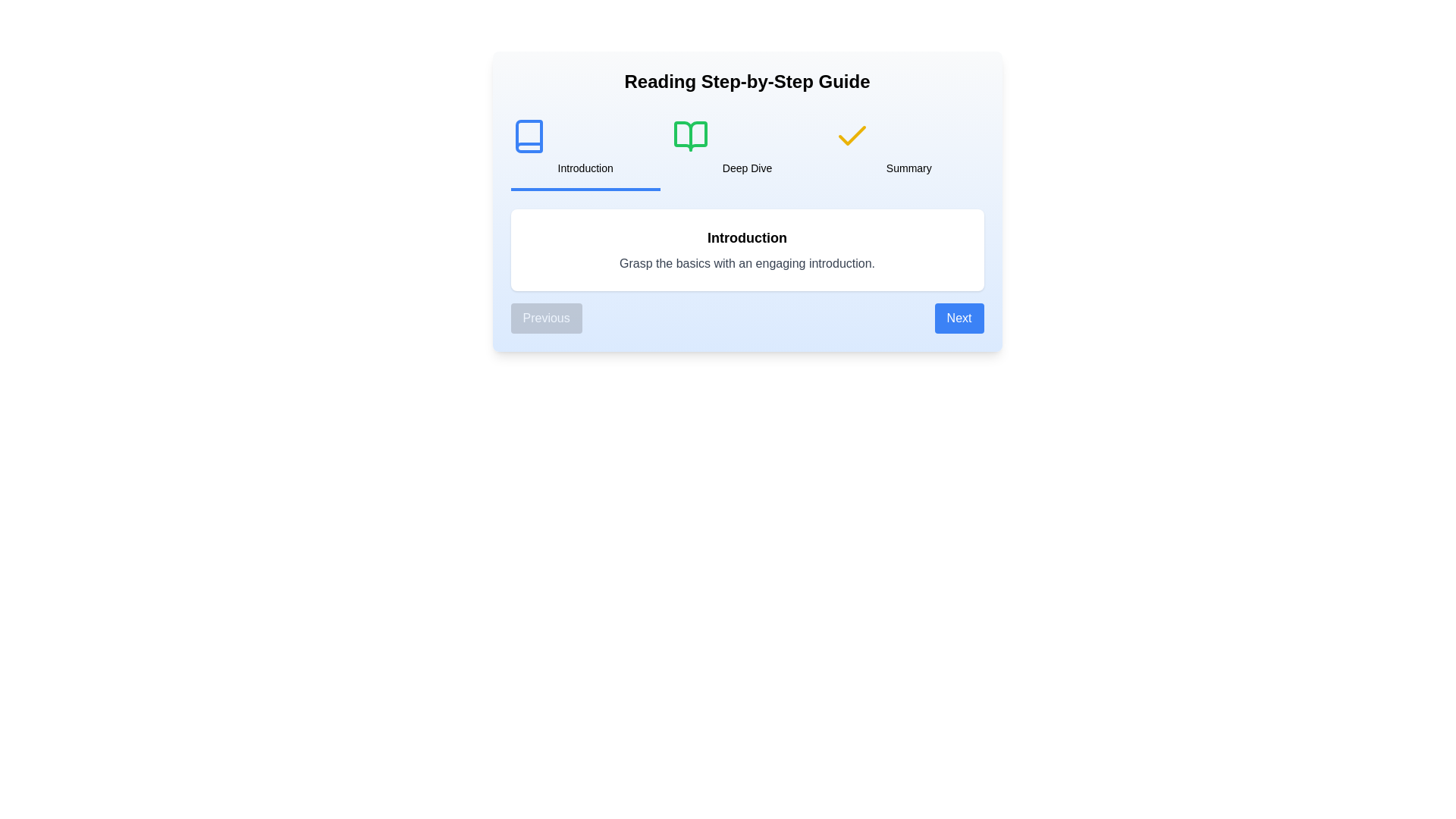 The width and height of the screenshot is (1456, 819). I want to click on the icon representing the step Deep Dive, so click(689, 136).